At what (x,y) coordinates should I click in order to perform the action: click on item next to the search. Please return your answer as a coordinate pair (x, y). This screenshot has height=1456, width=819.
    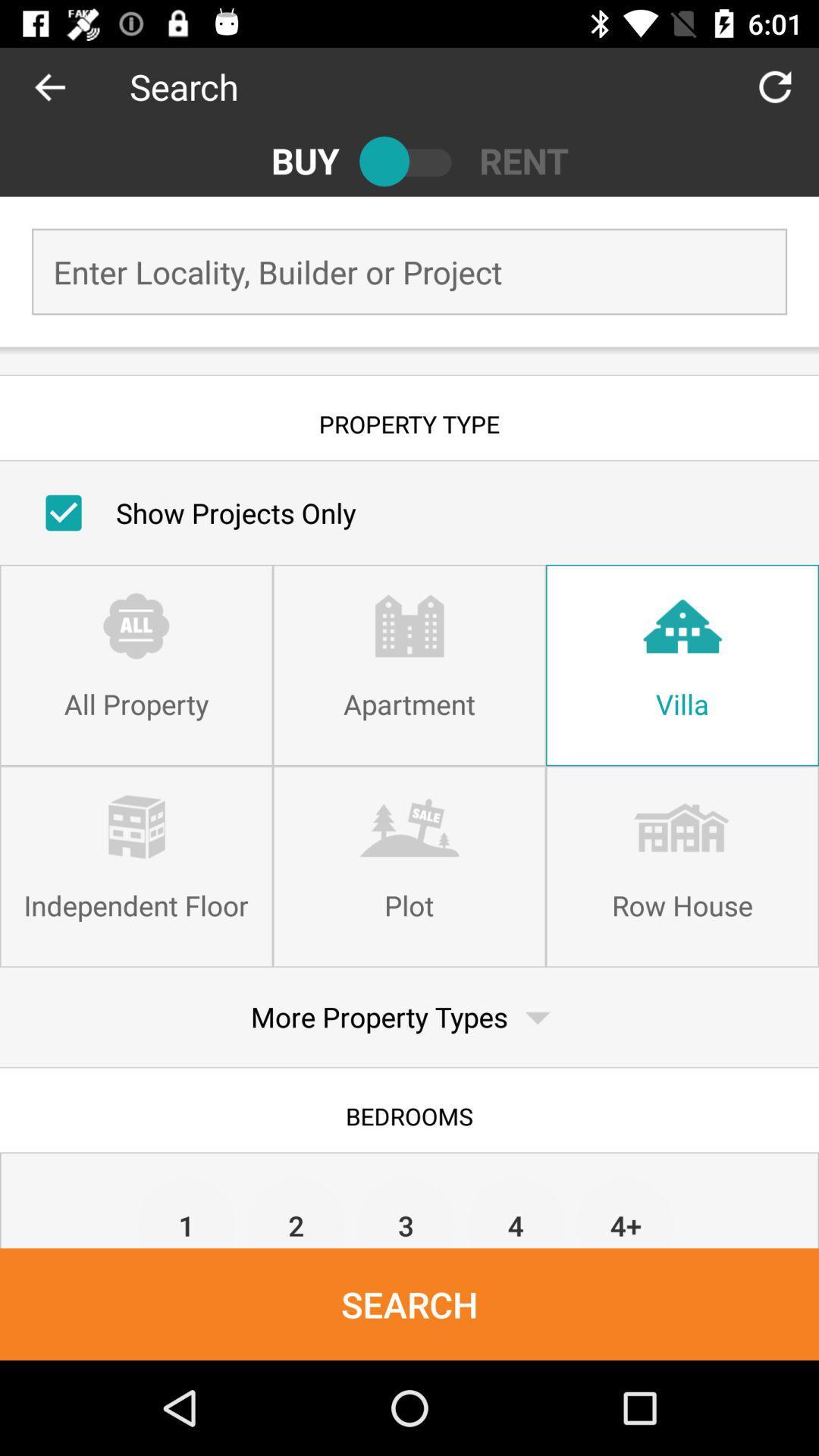
    Looking at the image, I should click on (775, 86).